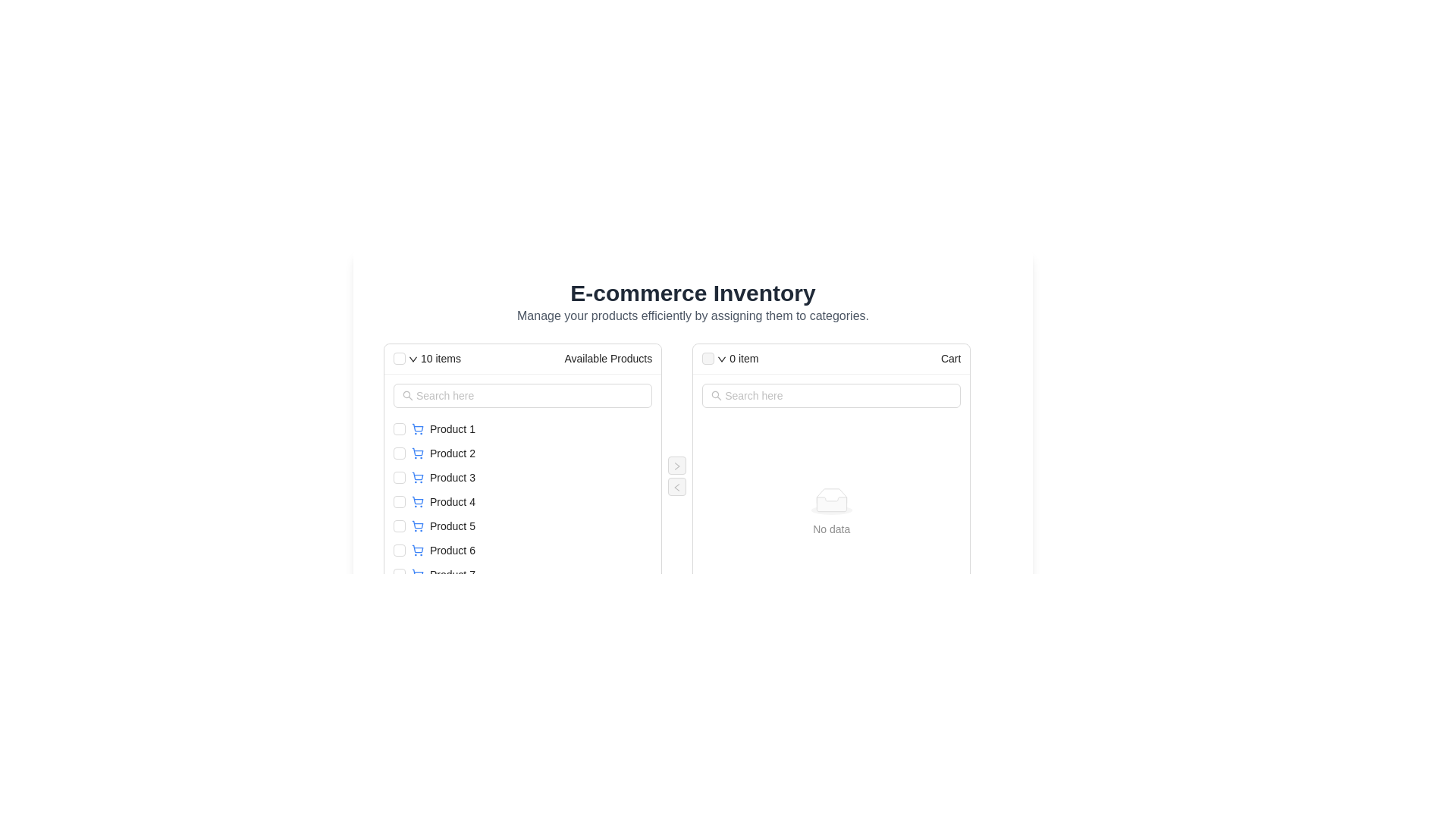  Describe the element at coordinates (676, 487) in the screenshot. I see `the icon representing the control for navigation or item transfer` at that location.